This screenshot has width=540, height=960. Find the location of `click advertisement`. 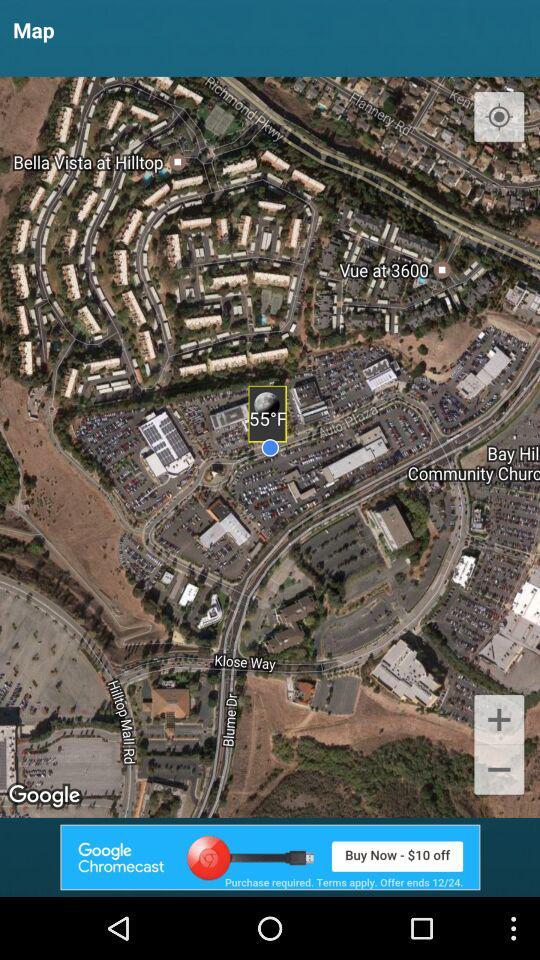

click advertisement is located at coordinates (270, 856).